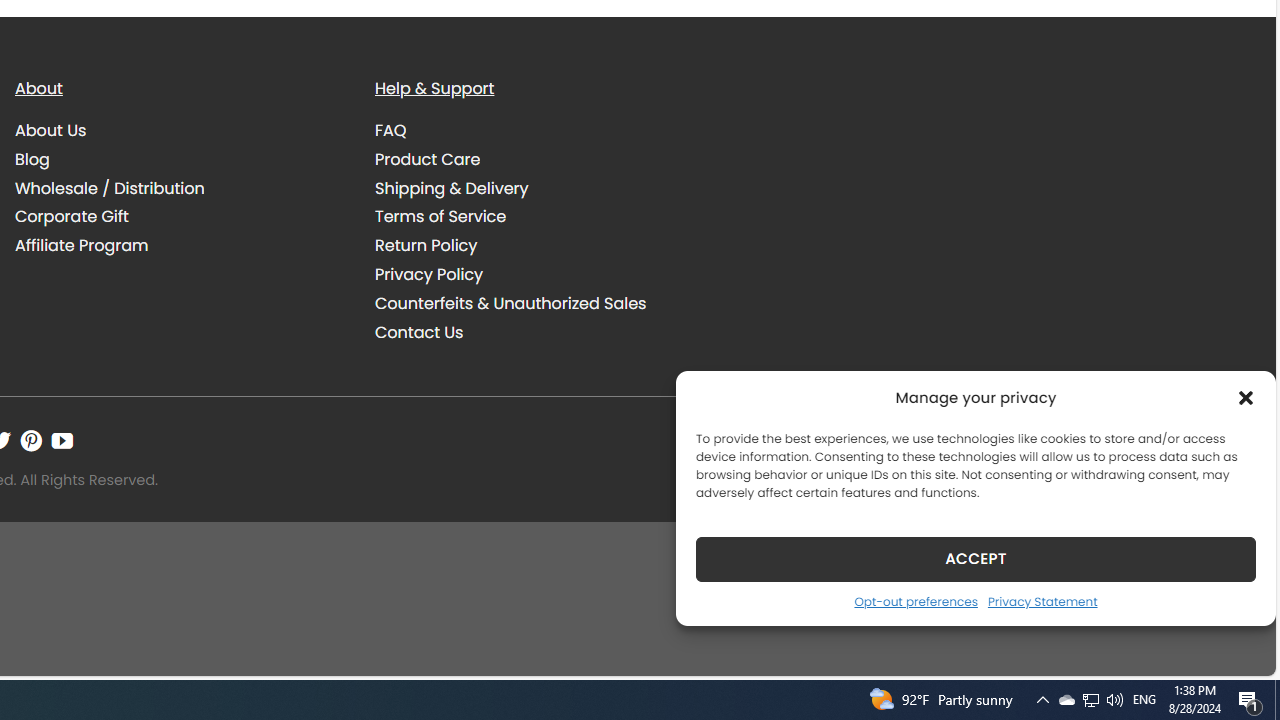  I want to click on 'Product Care', so click(427, 158).